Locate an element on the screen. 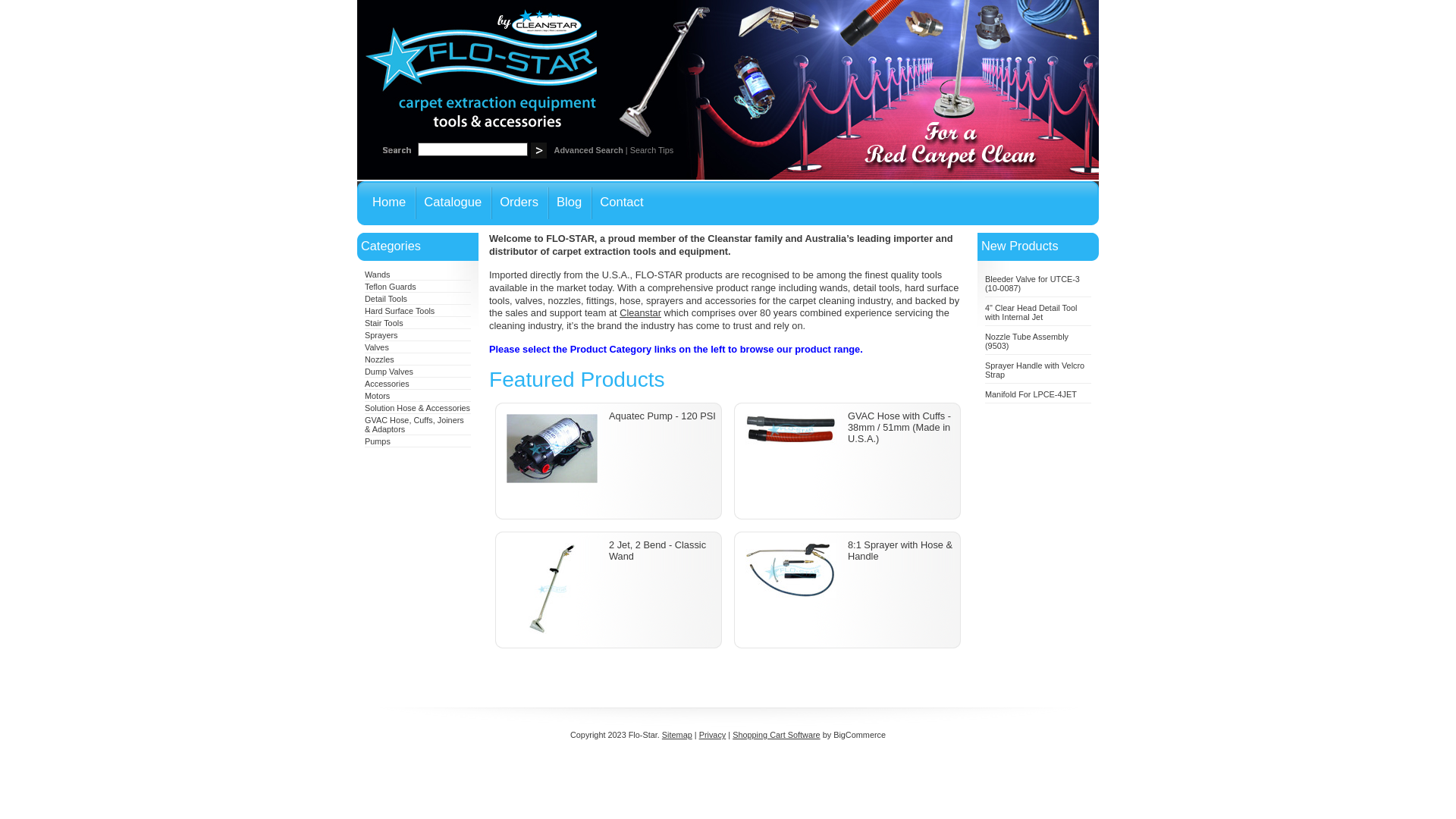  'Privacy' is located at coordinates (712, 733).